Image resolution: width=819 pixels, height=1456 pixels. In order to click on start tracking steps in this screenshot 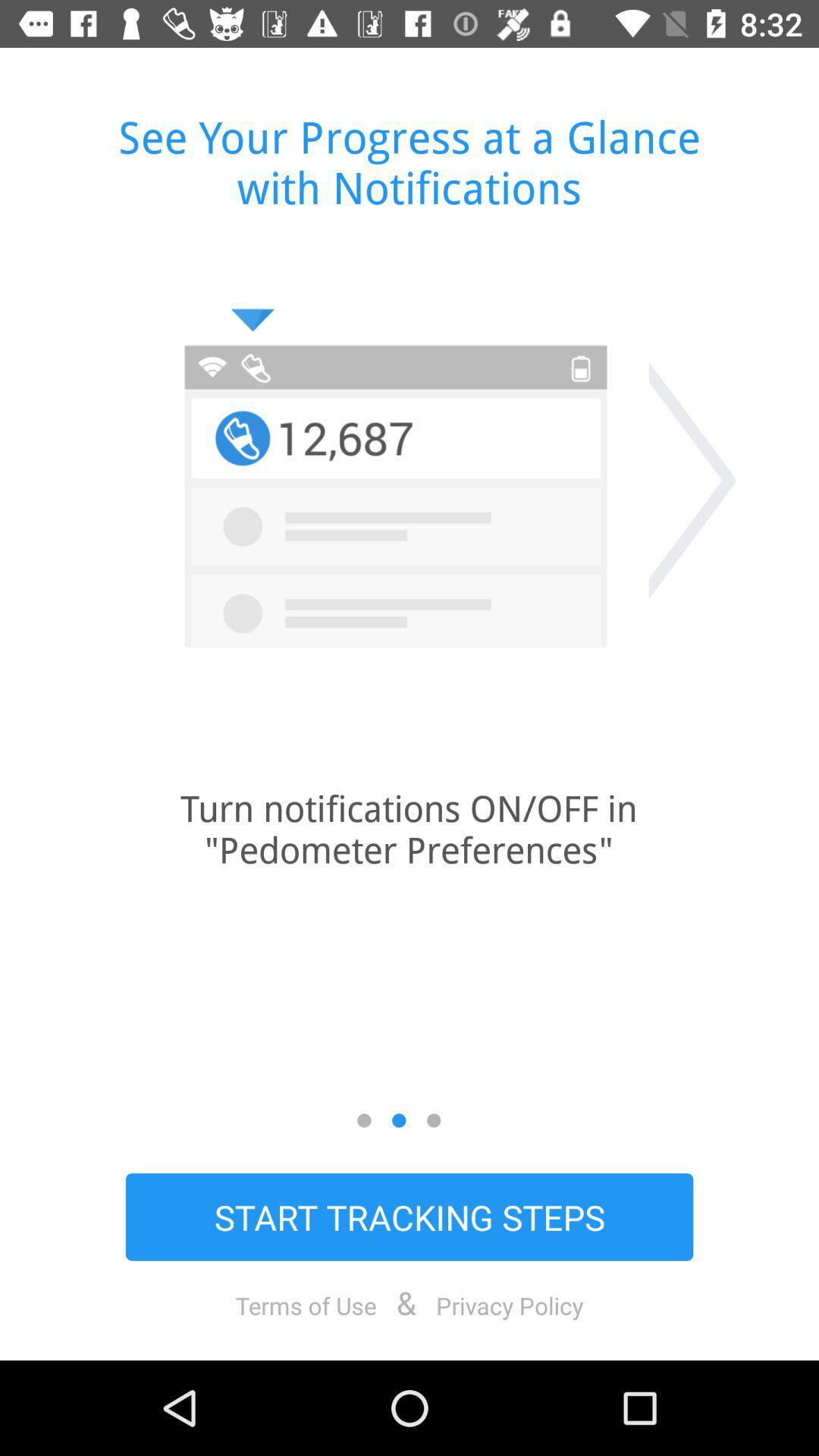, I will do `click(409, 1216)`.